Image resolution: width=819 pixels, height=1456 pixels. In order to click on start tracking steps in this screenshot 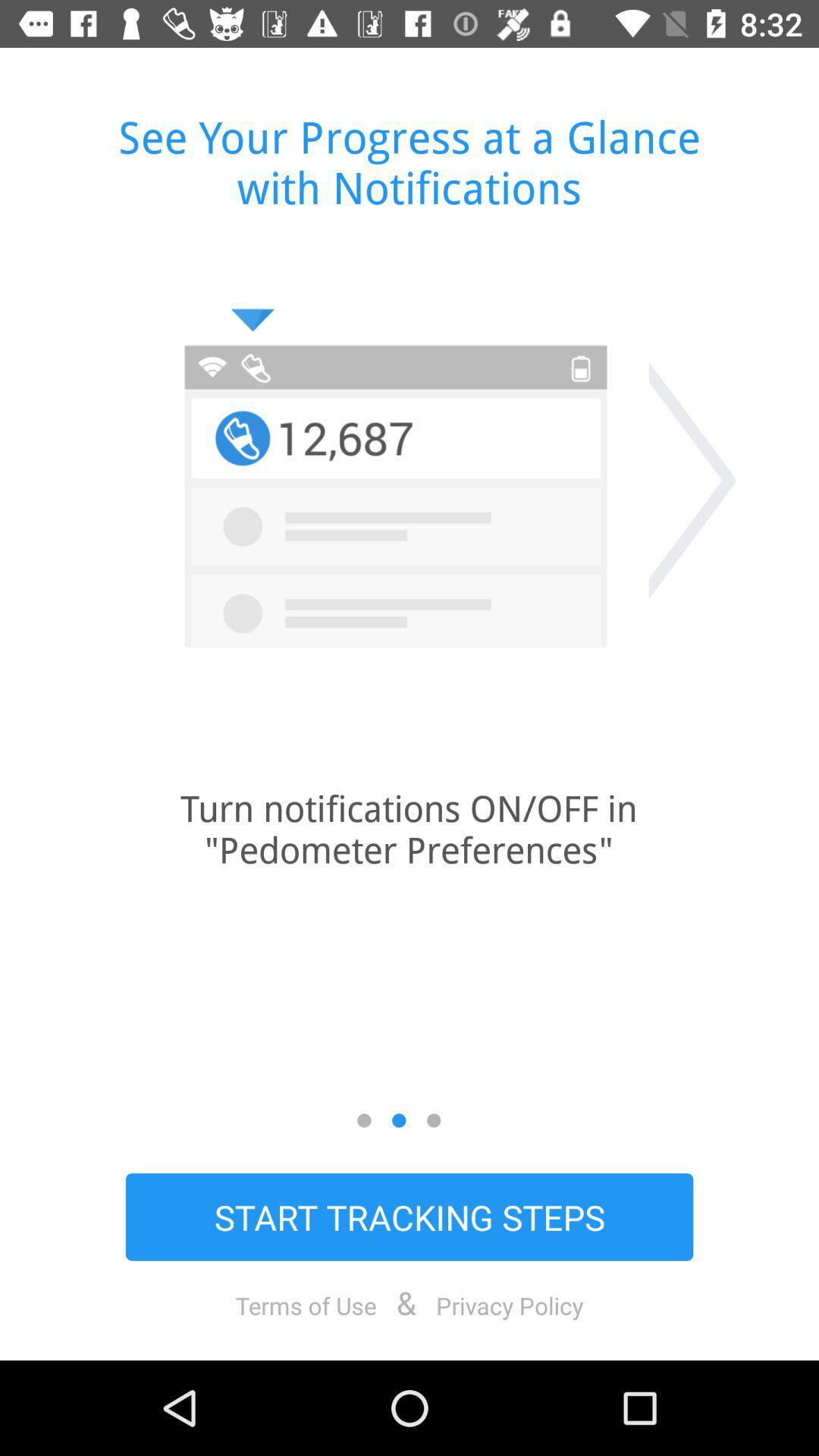, I will do `click(409, 1216)`.